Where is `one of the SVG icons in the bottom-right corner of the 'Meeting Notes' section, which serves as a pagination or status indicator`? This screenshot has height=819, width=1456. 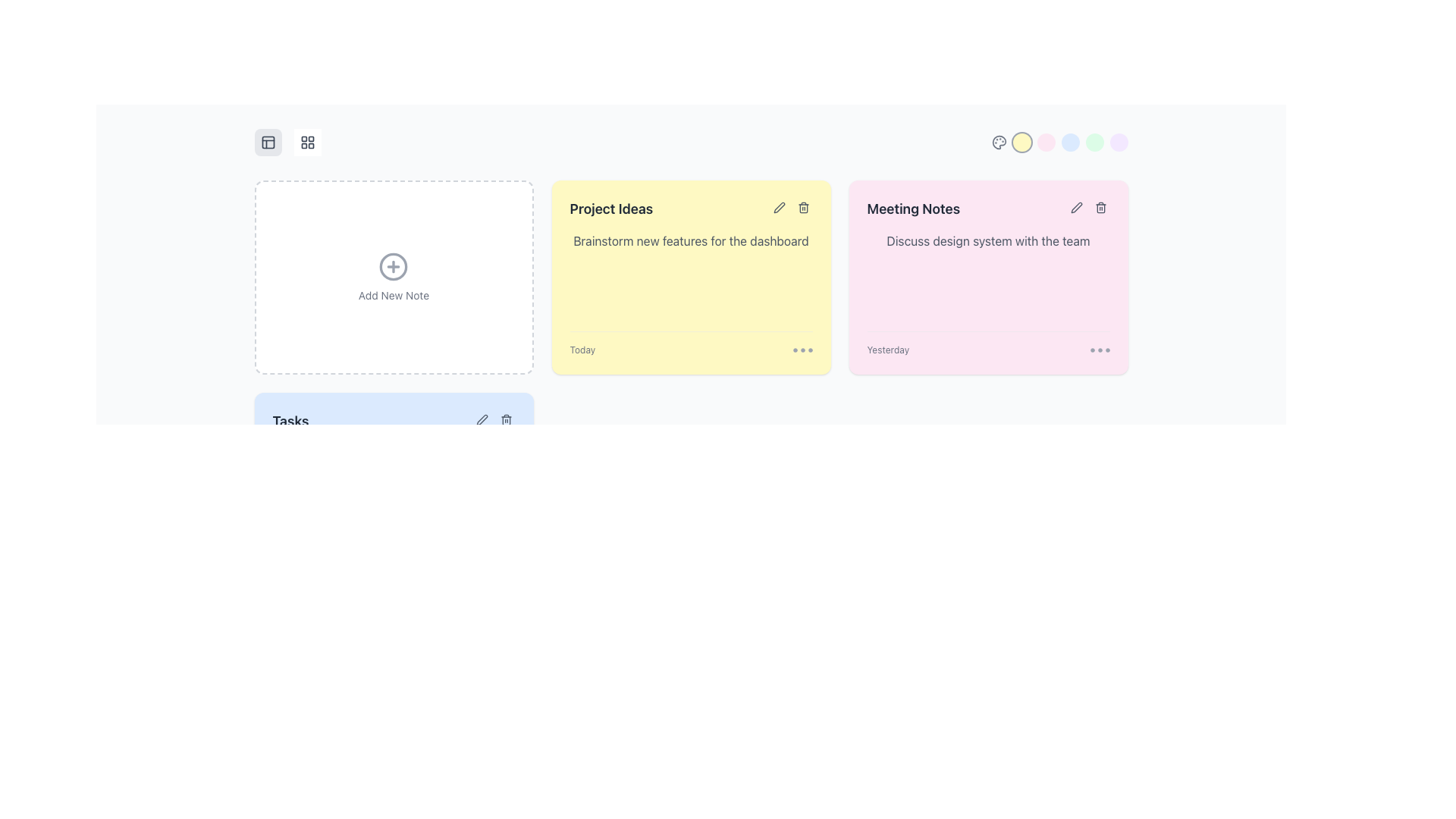
one of the SVG icons in the bottom-right corner of the 'Meeting Notes' section, which serves as a pagination or status indicator is located at coordinates (1100, 350).